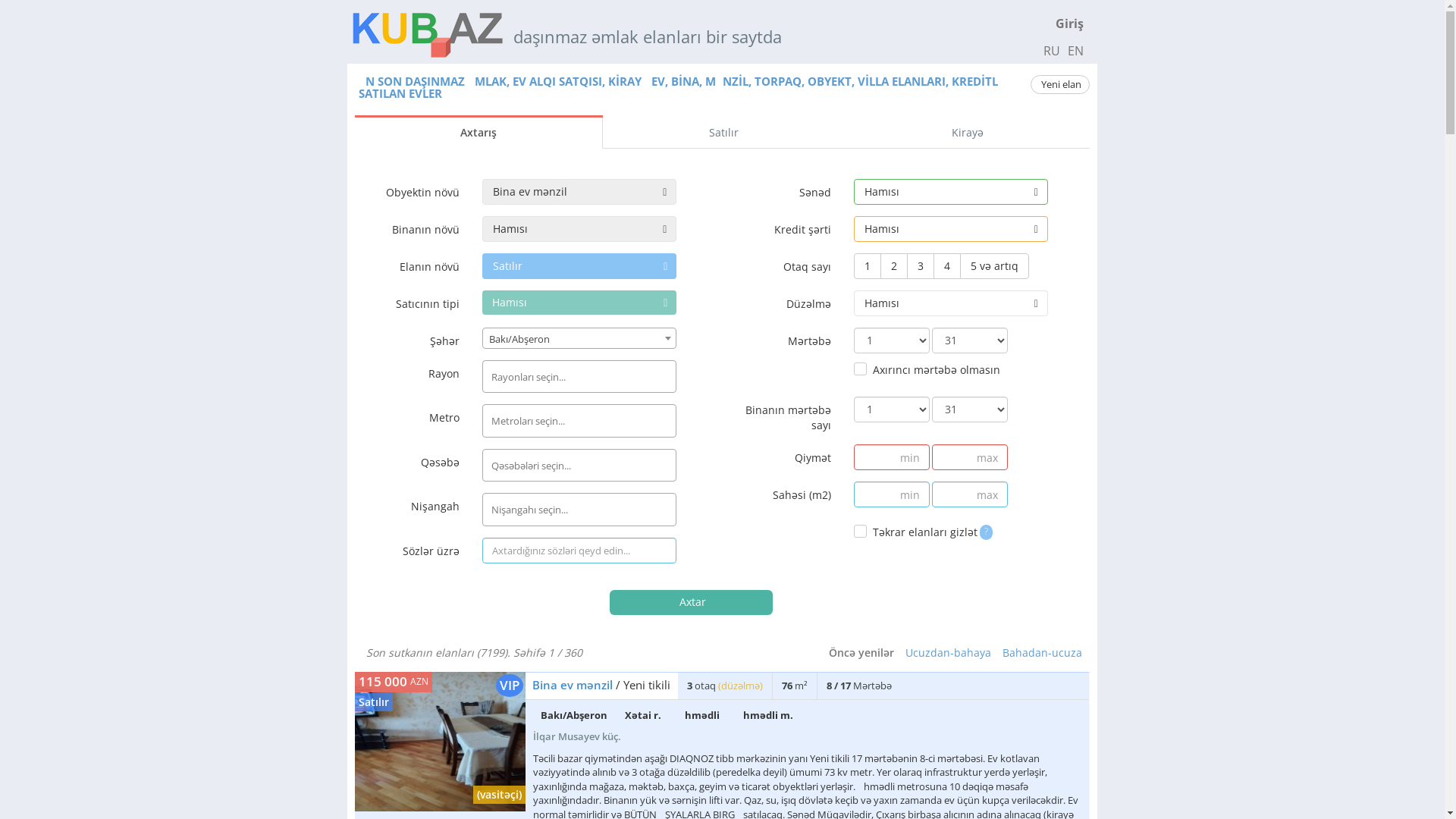  I want to click on 'Axtar', so click(610, 601).